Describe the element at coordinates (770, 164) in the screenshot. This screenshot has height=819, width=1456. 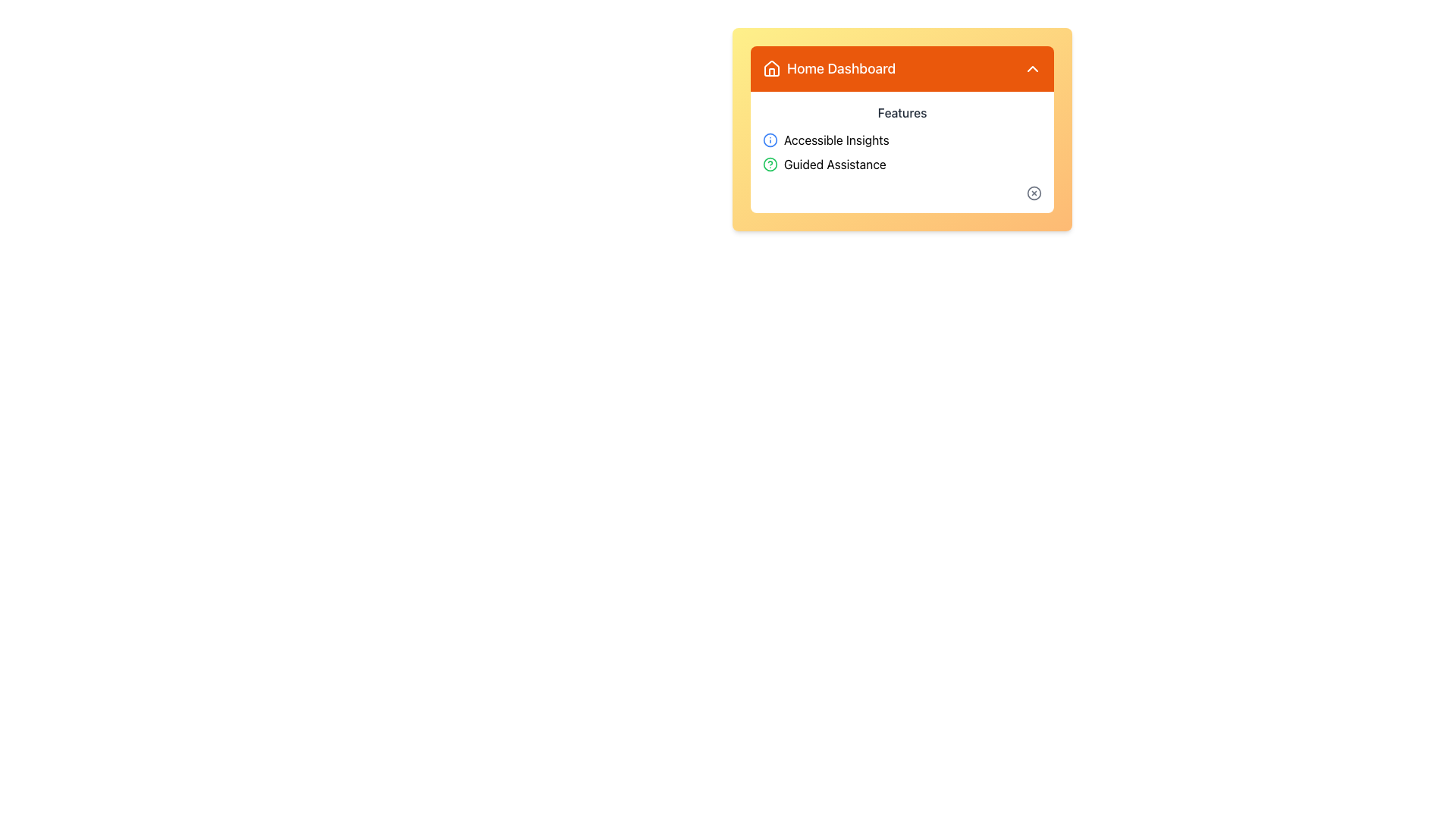
I see `the green circular icon with a question mark in its center` at that location.